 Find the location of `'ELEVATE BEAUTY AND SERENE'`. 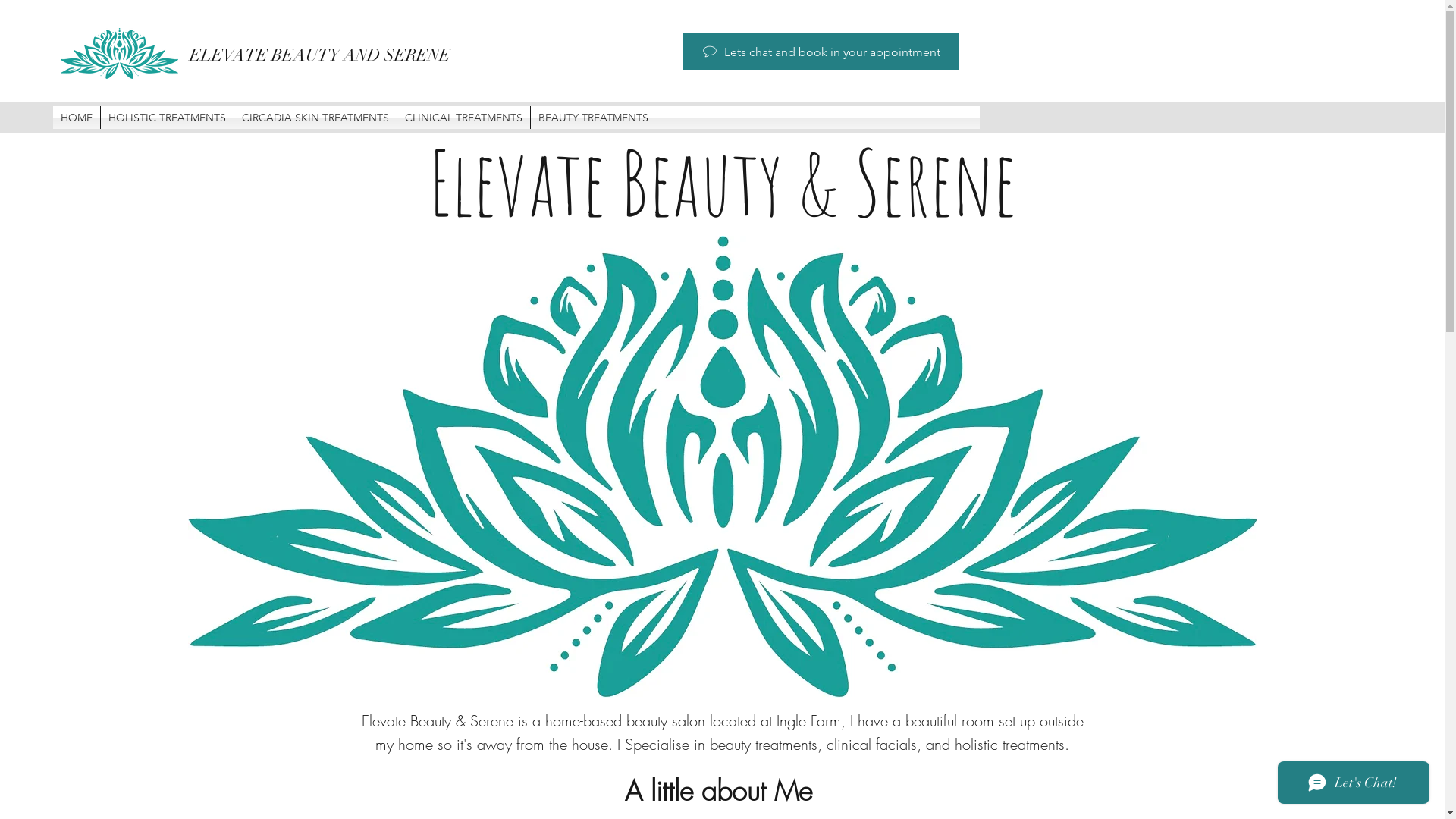

'ELEVATE BEAUTY AND SERENE' is located at coordinates (319, 54).